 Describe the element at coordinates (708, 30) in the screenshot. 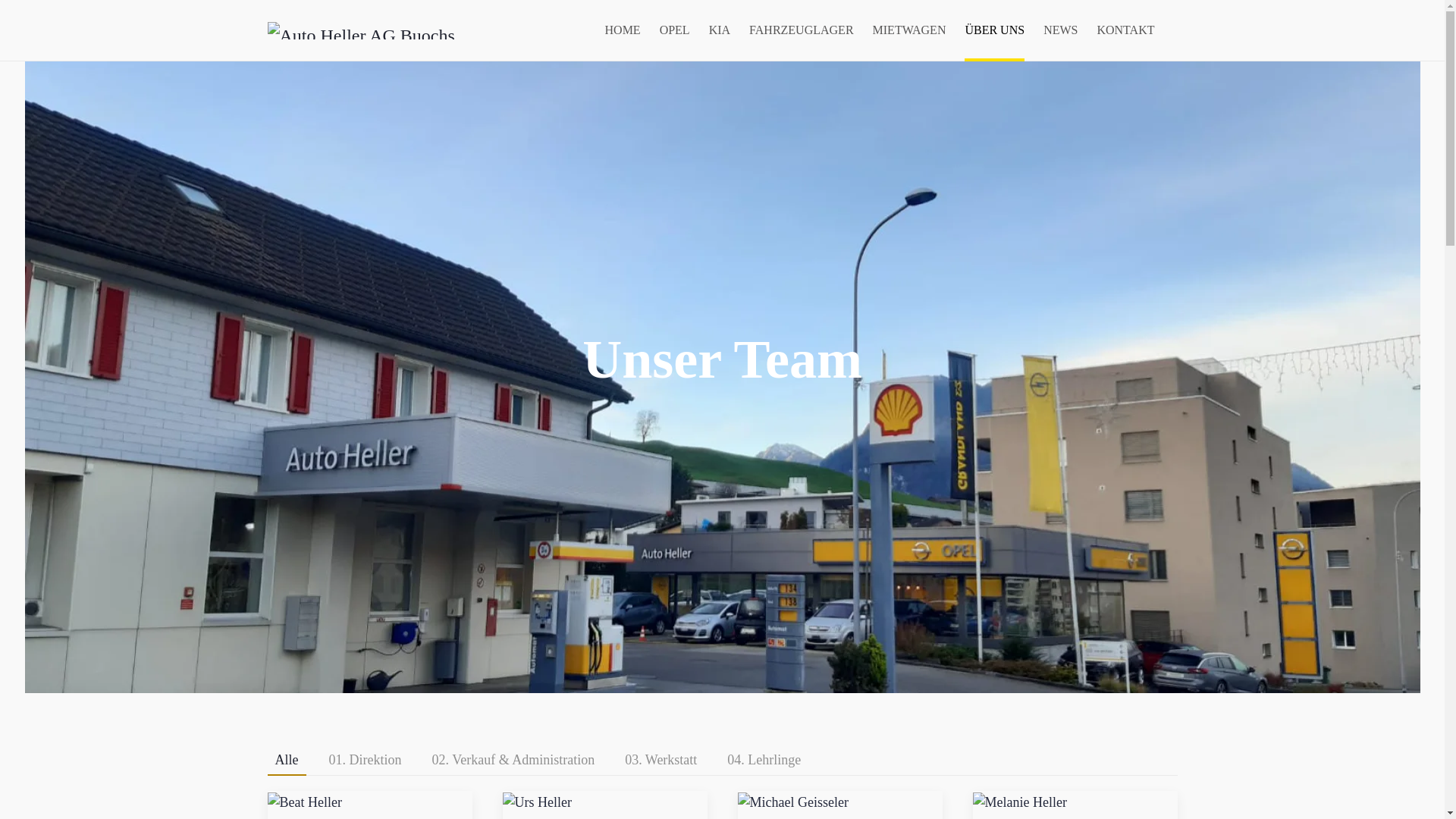

I see `'KIA'` at that location.